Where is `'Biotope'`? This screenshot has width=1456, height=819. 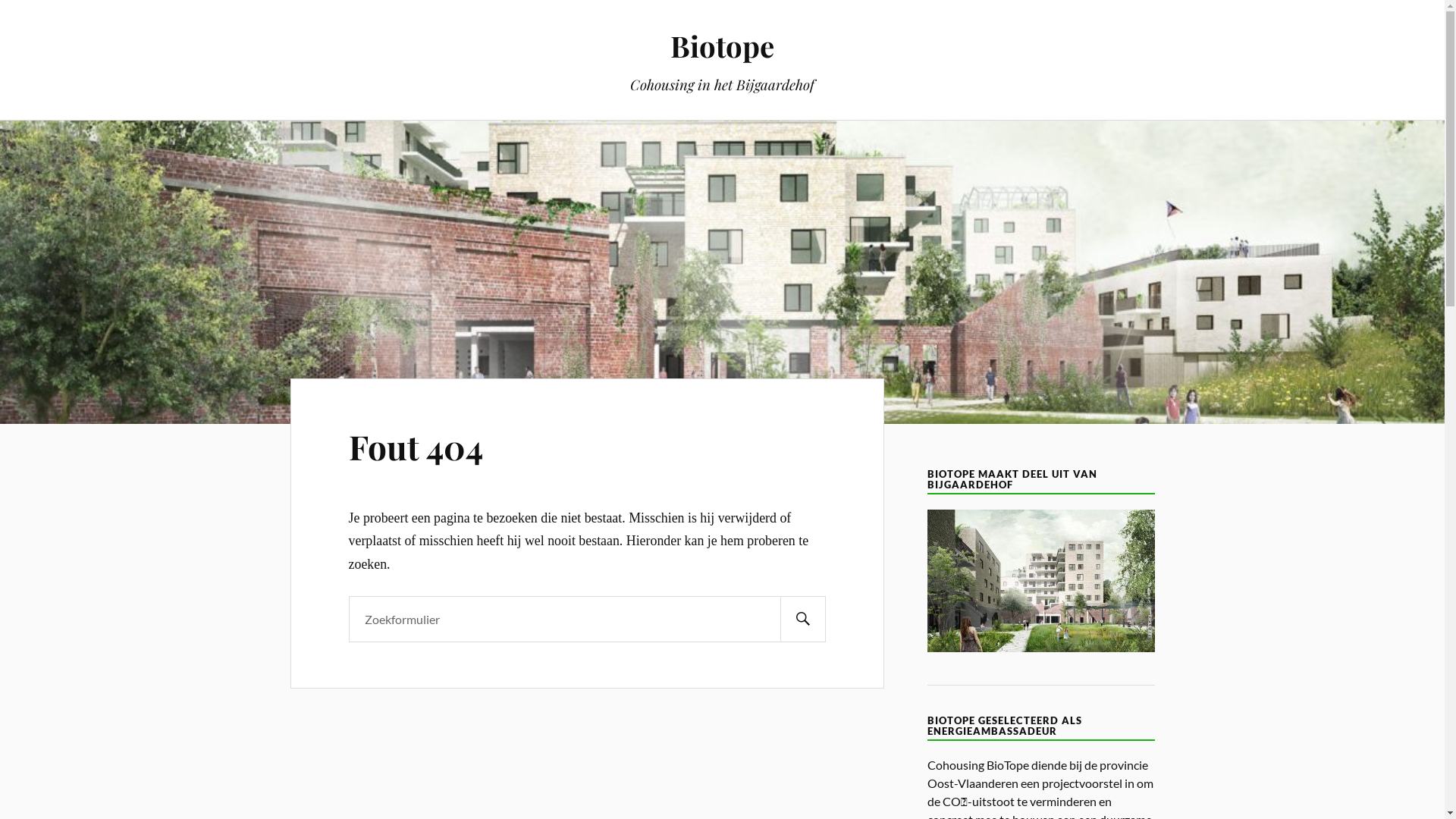
'Biotope' is located at coordinates (721, 45).